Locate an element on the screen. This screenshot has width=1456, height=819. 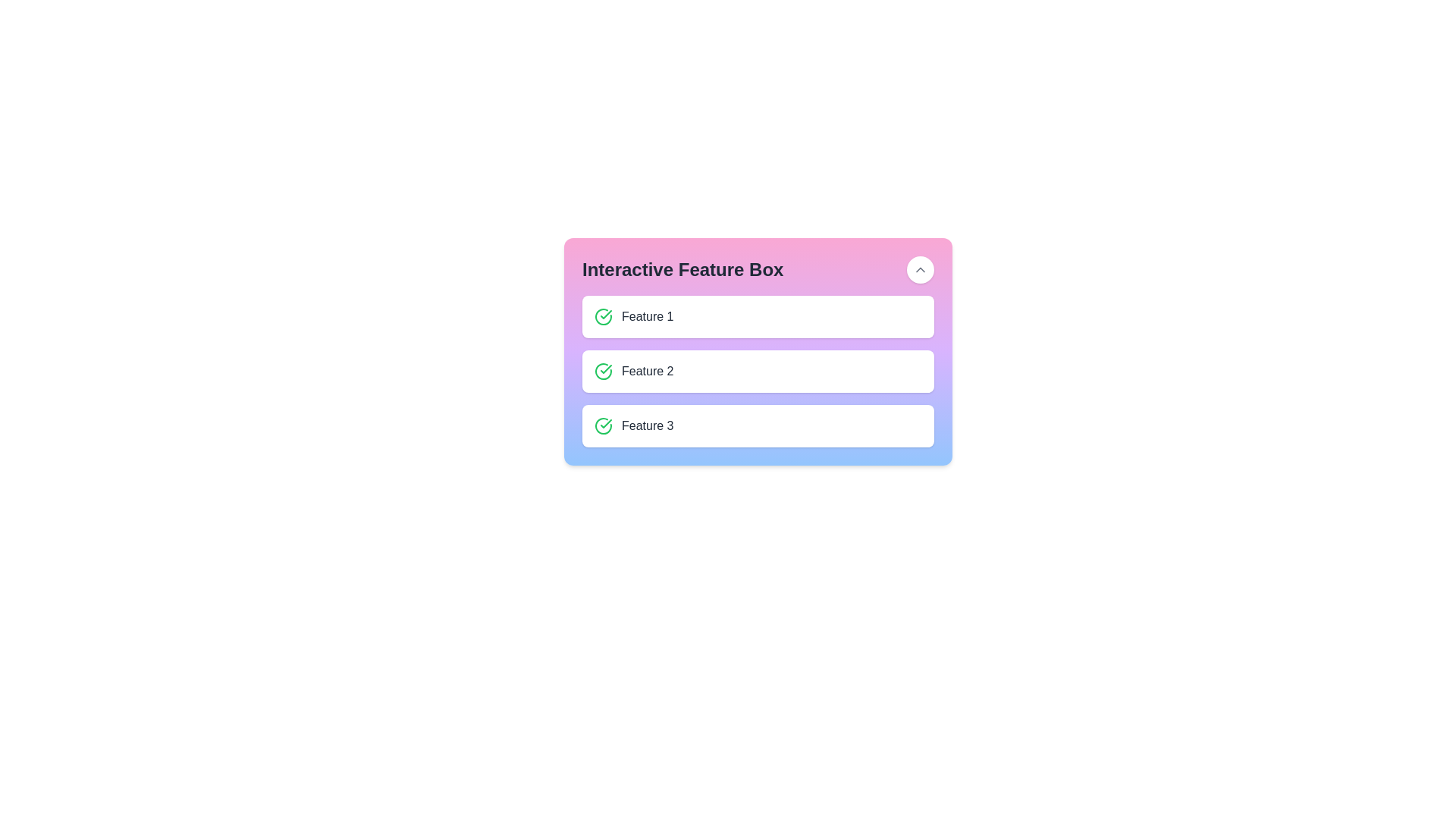
the success indicator icon for 'Feature 2' in the vertically stacked list is located at coordinates (603, 371).